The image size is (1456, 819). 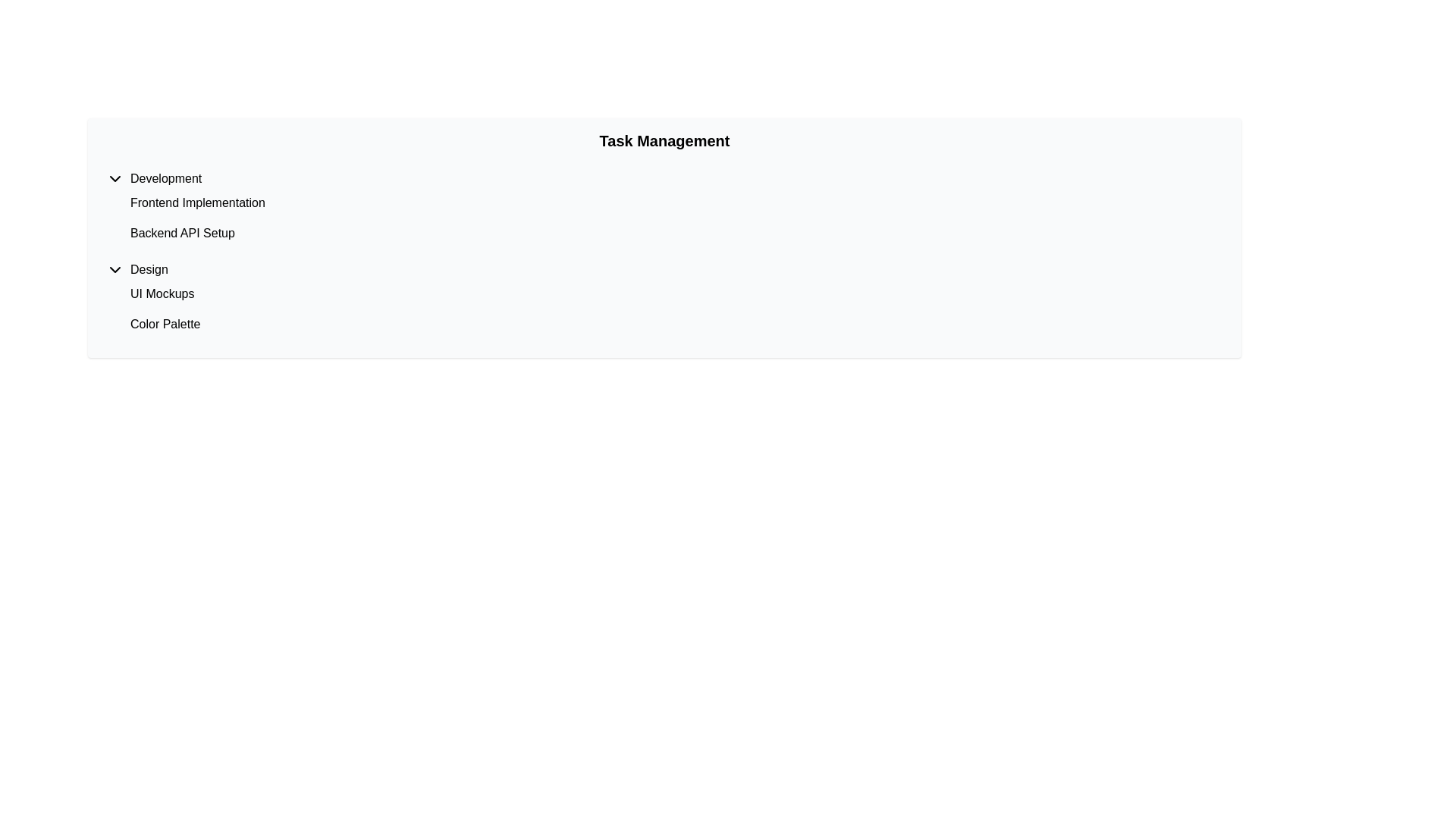 What do you see at coordinates (182, 234) in the screenshot?
I see `the label containing the text 'Backend API Setup', which is styled as plain black text on a white background and is located in the second position within the 'Development' section of the list` at bounding box center [182, 234].